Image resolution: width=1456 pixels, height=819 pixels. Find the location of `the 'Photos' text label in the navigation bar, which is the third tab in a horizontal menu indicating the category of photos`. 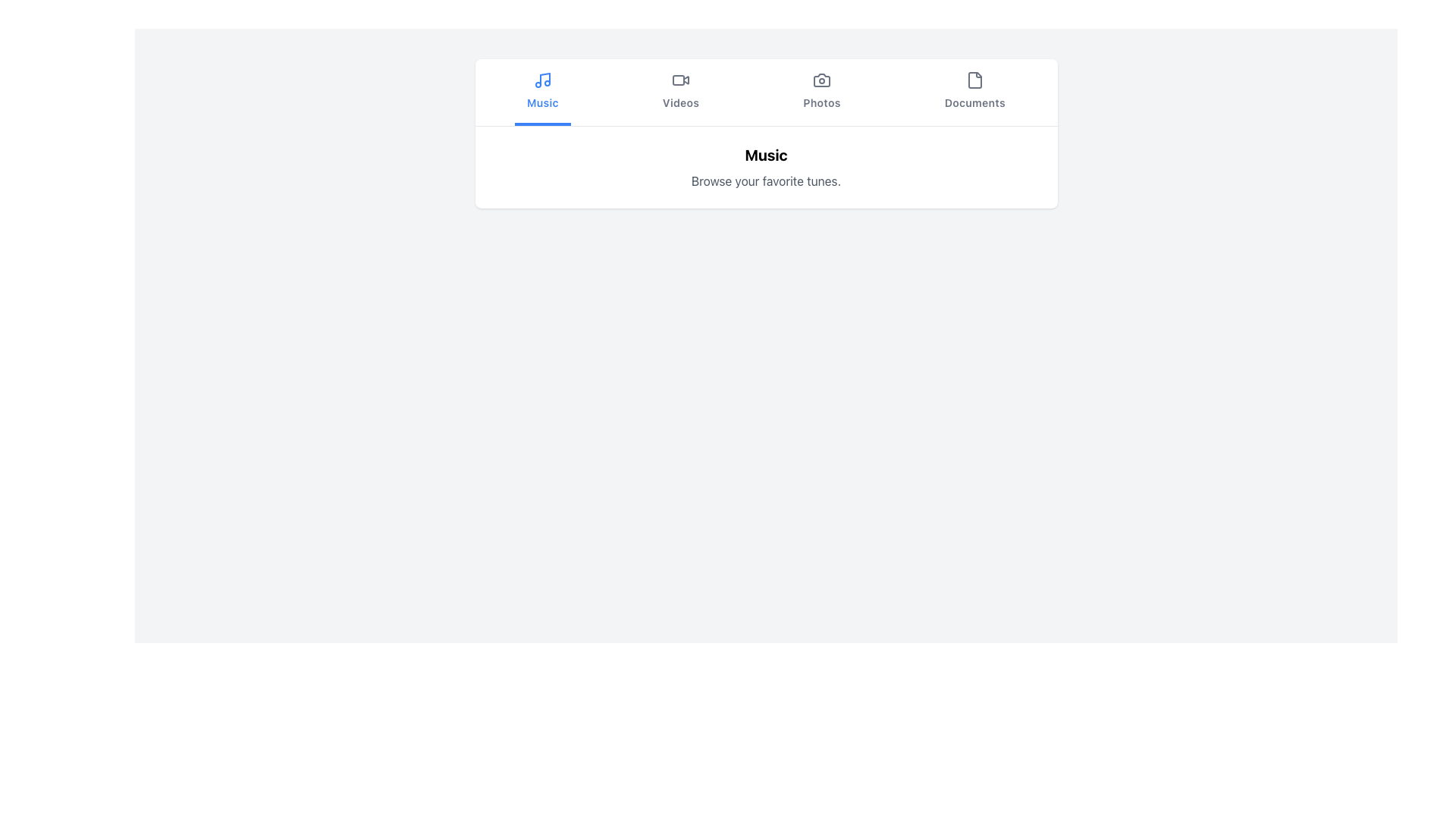

the 'Photos' text label in the navigation bar, which is the third tab in a horizontal menu indicating the category of photos is located at coordinates (821, 102).